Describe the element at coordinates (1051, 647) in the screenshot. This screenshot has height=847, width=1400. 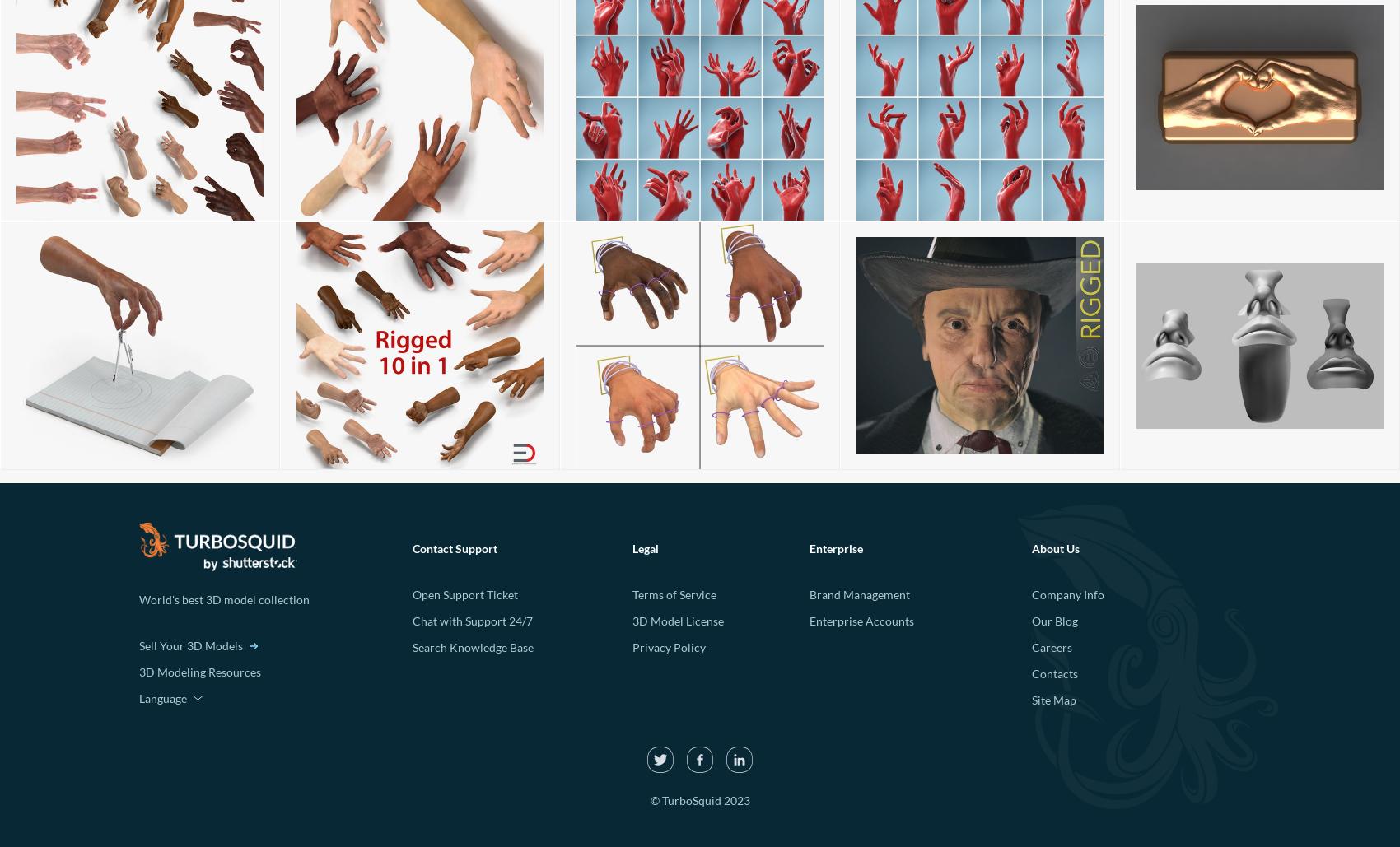
I see `'Careers'` at that location.